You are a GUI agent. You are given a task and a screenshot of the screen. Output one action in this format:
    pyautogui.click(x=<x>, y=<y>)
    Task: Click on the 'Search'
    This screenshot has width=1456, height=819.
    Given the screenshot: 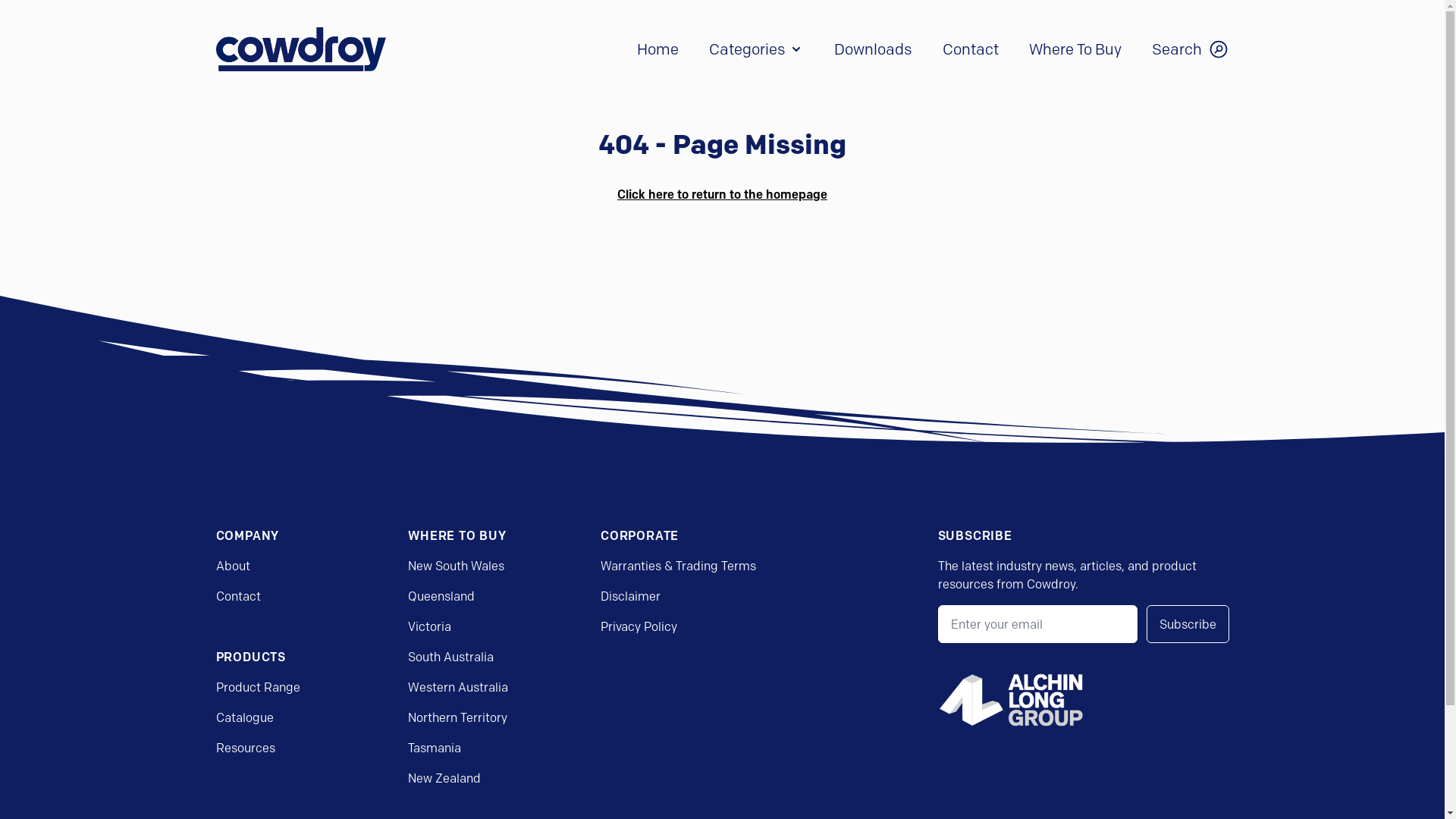 What is the action you would take?
    pyautogui.click(x=1189, y=49)
    